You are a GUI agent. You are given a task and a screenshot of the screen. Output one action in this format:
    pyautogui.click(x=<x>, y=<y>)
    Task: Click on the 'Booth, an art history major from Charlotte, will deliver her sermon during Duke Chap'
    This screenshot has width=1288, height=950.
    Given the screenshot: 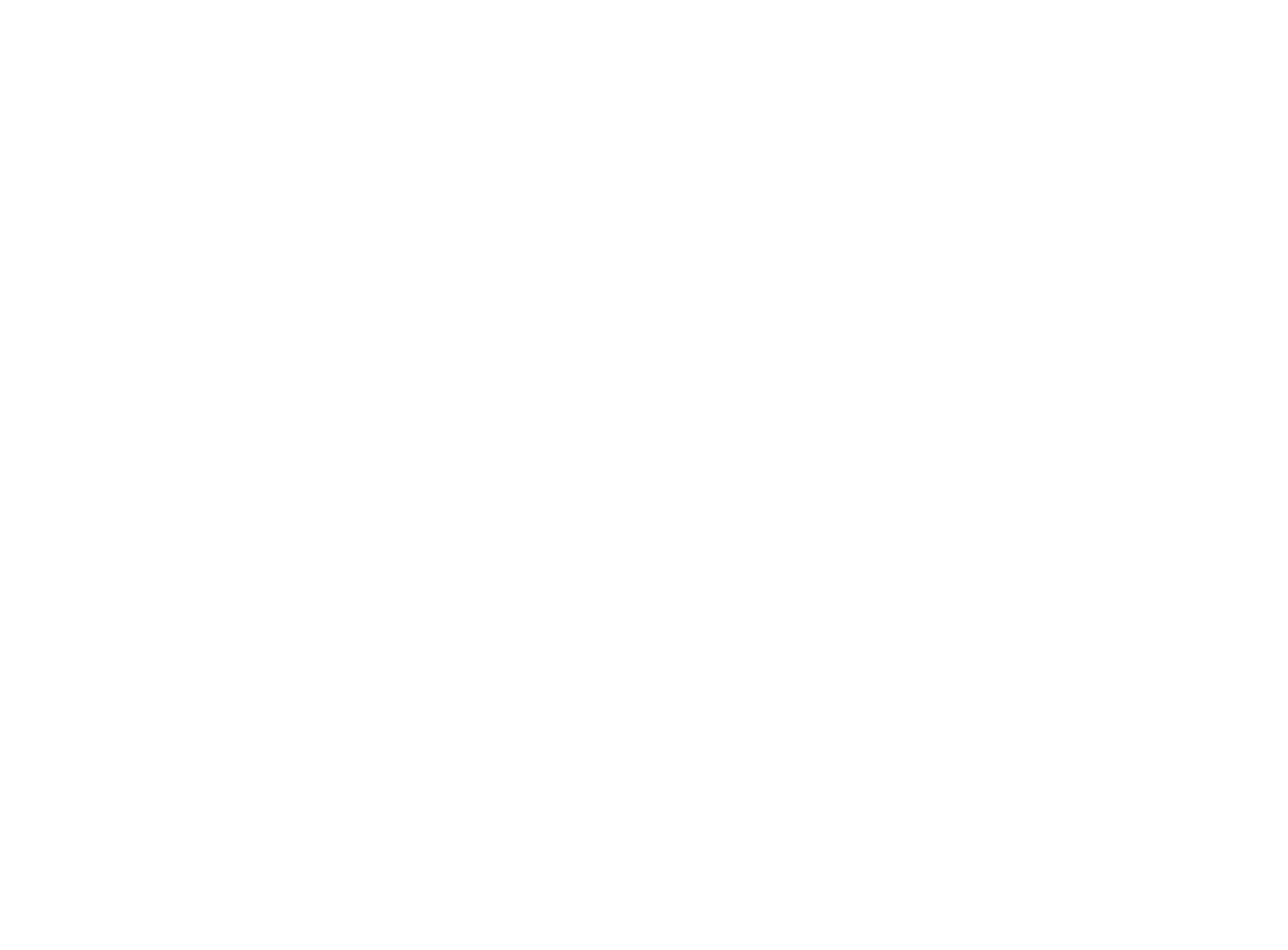 What is the action you would take?
    pyautogui.click(x=636, y=320)
    